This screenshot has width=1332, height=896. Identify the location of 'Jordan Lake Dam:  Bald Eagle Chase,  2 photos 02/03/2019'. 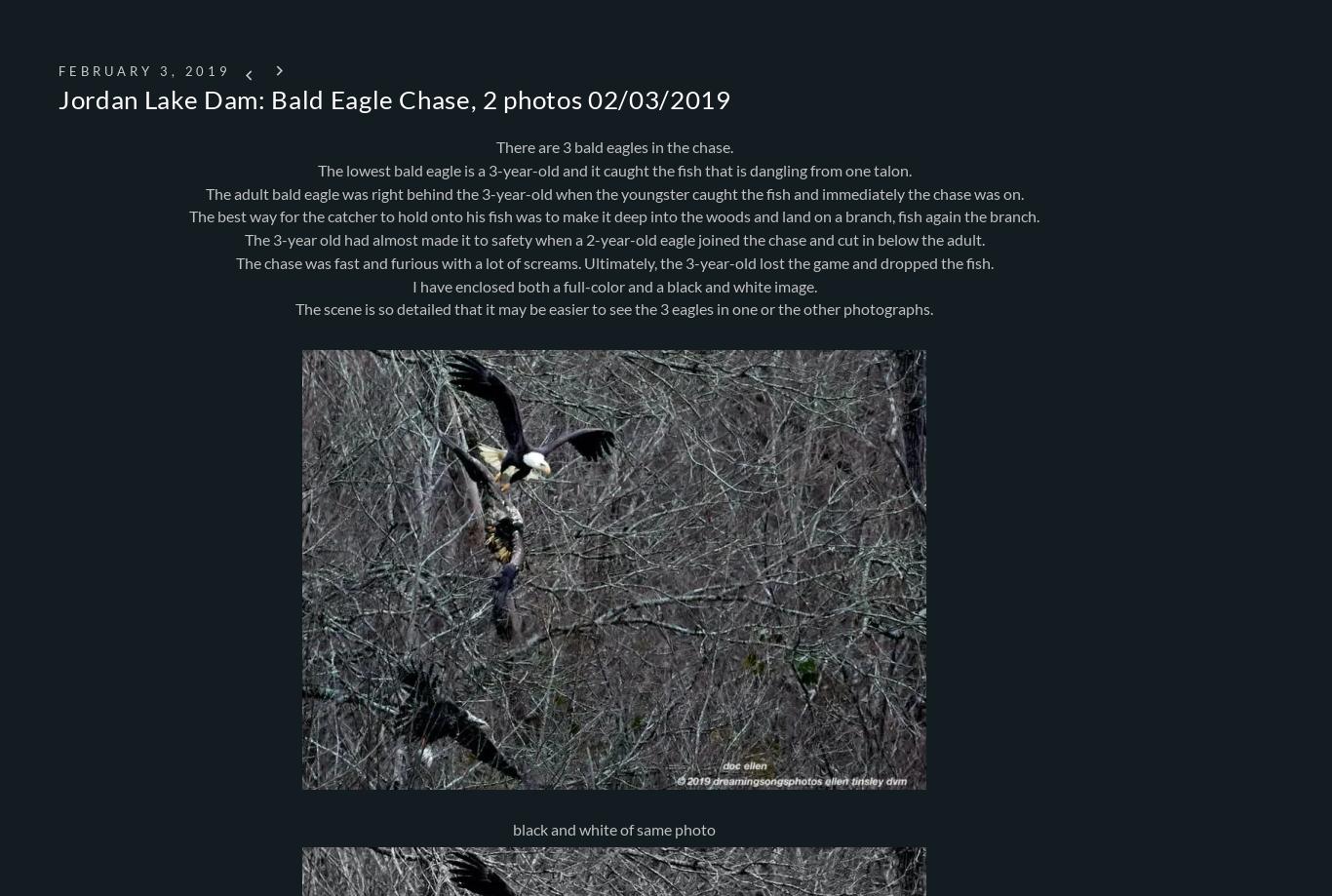
(58, 98).